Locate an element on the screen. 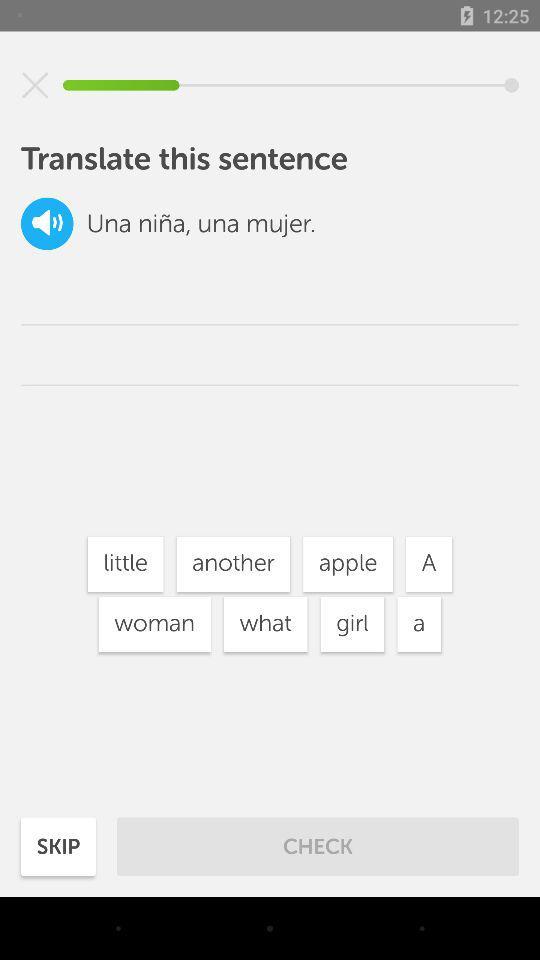 This screenshot has height=960, width=540. the item below the apple item is located at coordinates (351, 623).